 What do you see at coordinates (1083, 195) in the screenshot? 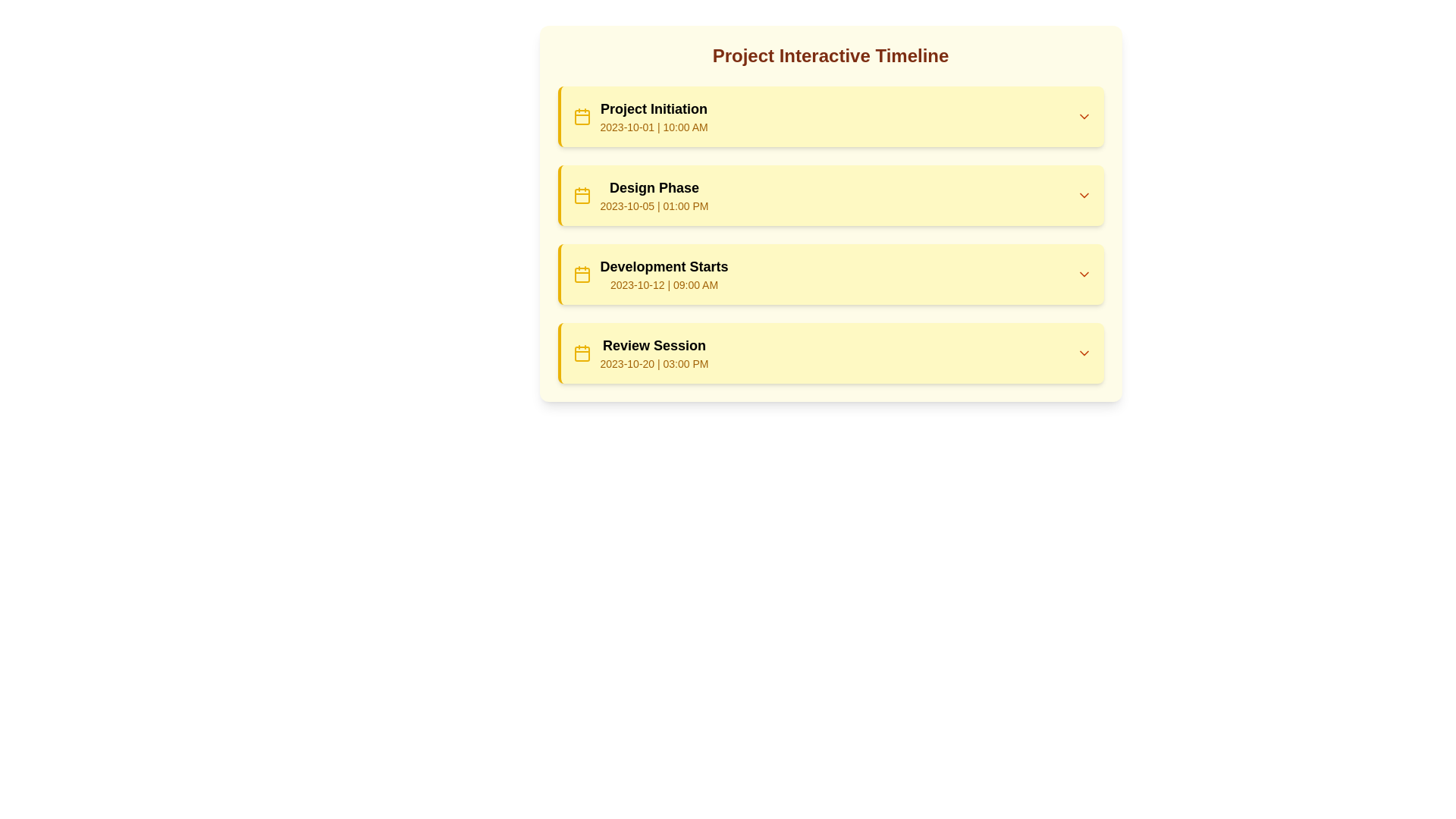
I see `the orange downward-facing chevron icon located at the far right of the 'Design Phase' section` at bounding box center [1083, 195].